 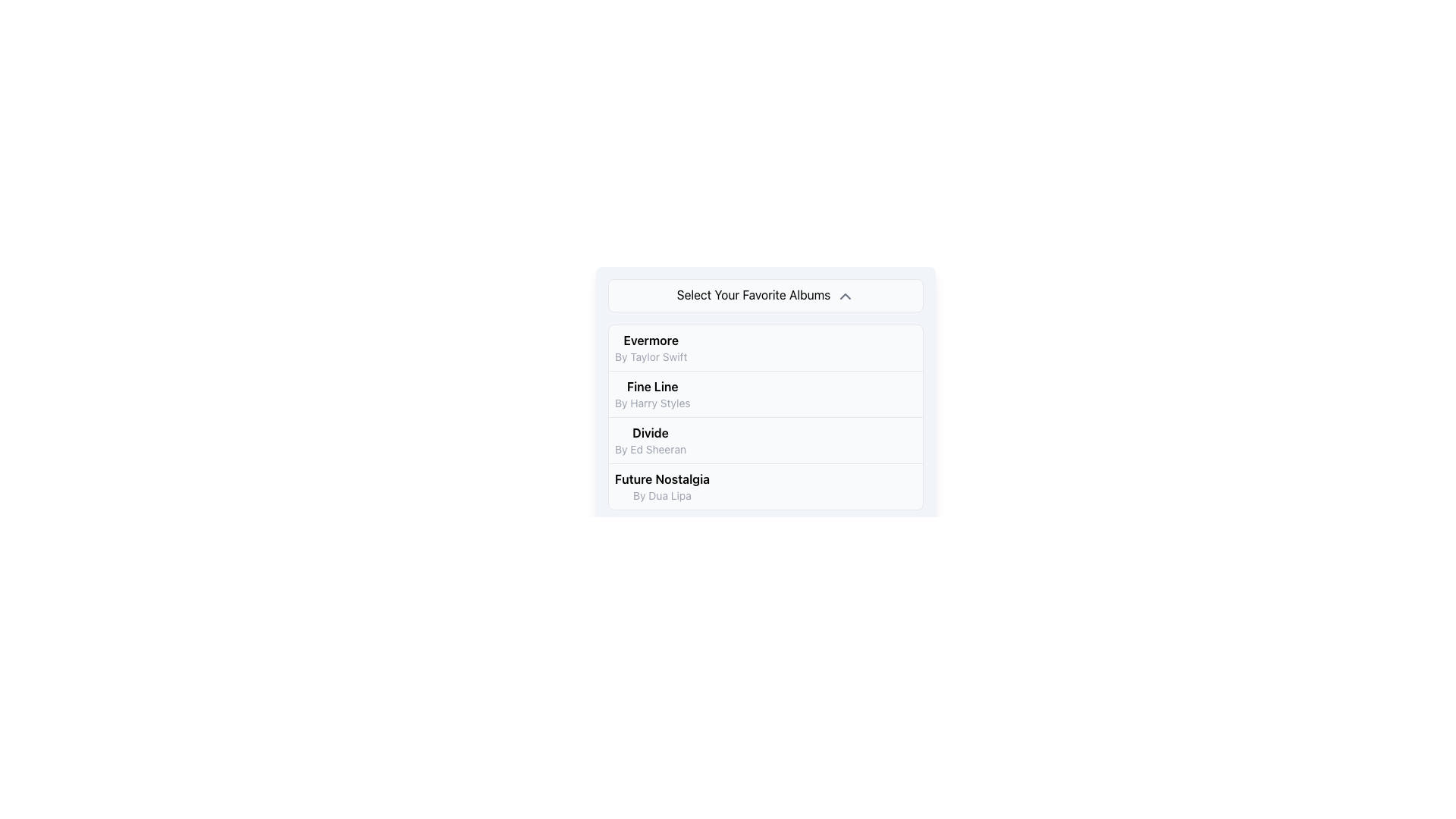 I want to click on the third selectable list item titled 'Divide' by Ed Sheeran, so click(x=765, y=439).